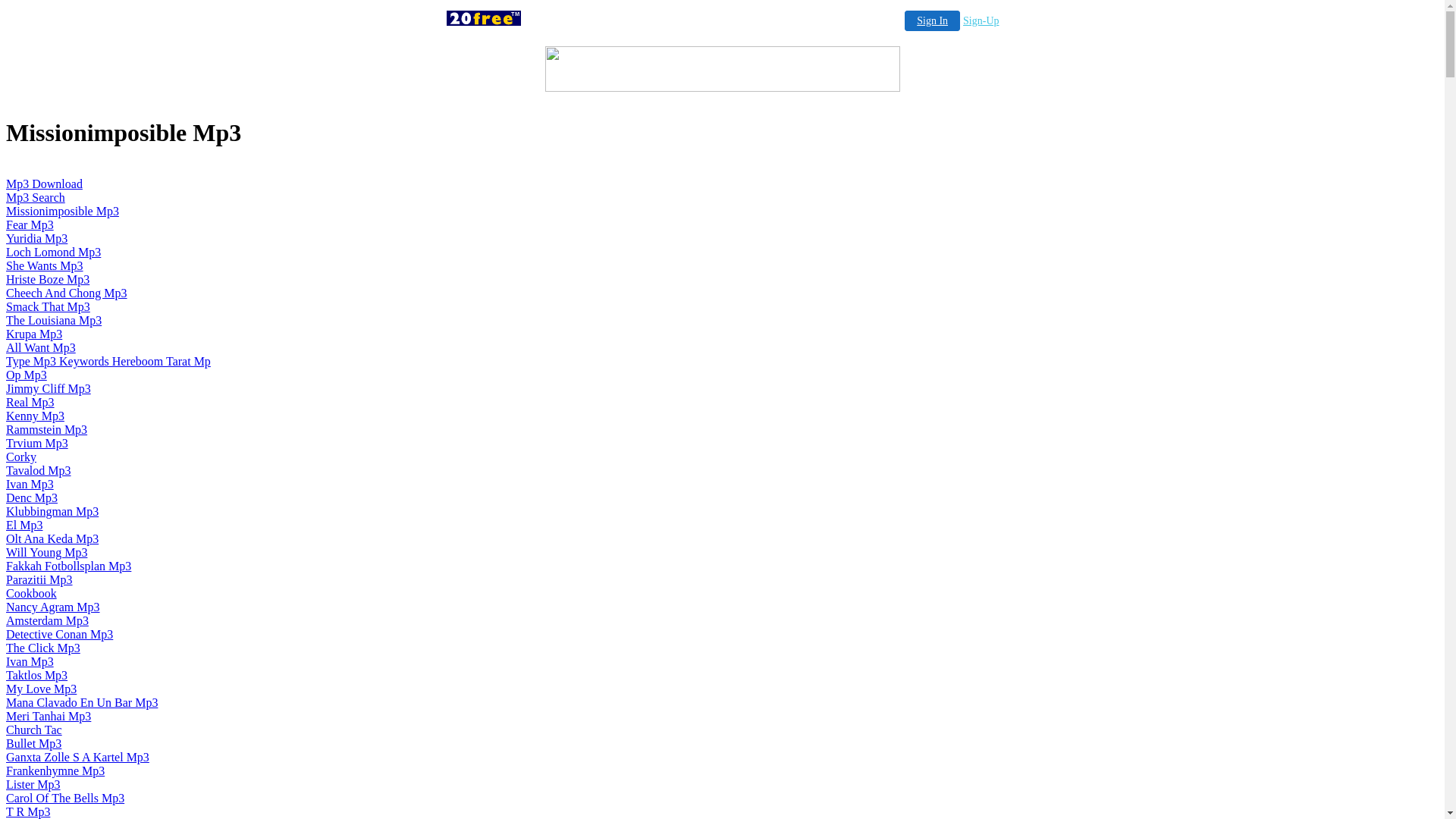 This screenshot has height=819, width=1456. Describe the element at coordinates (44, 265) in the screenshot. I see `'She Wants Mp3'` at that location.